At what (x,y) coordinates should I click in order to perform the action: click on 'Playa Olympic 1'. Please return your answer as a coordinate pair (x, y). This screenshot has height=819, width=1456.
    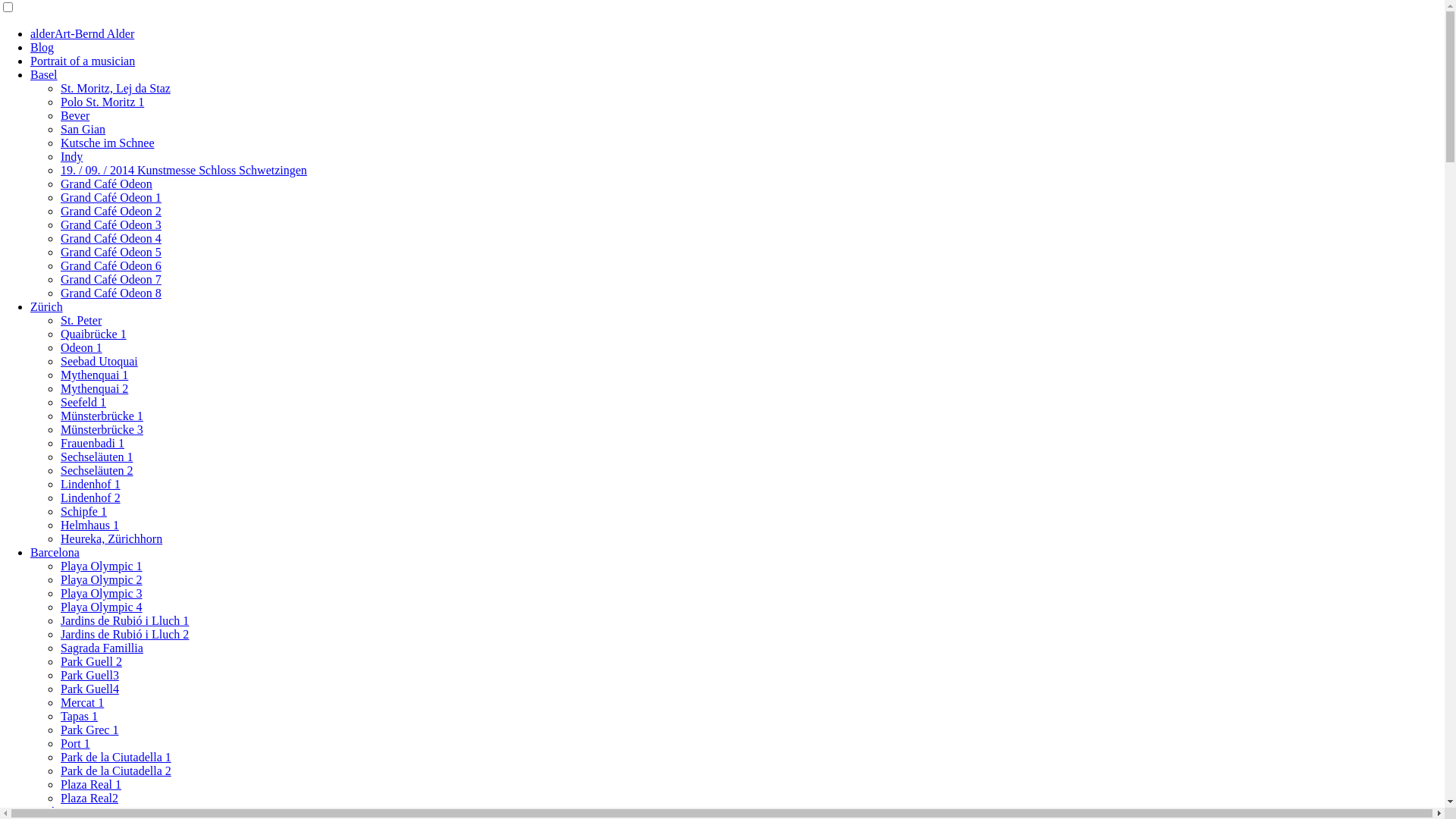
    Looking at the image, I should click on (61, 566).